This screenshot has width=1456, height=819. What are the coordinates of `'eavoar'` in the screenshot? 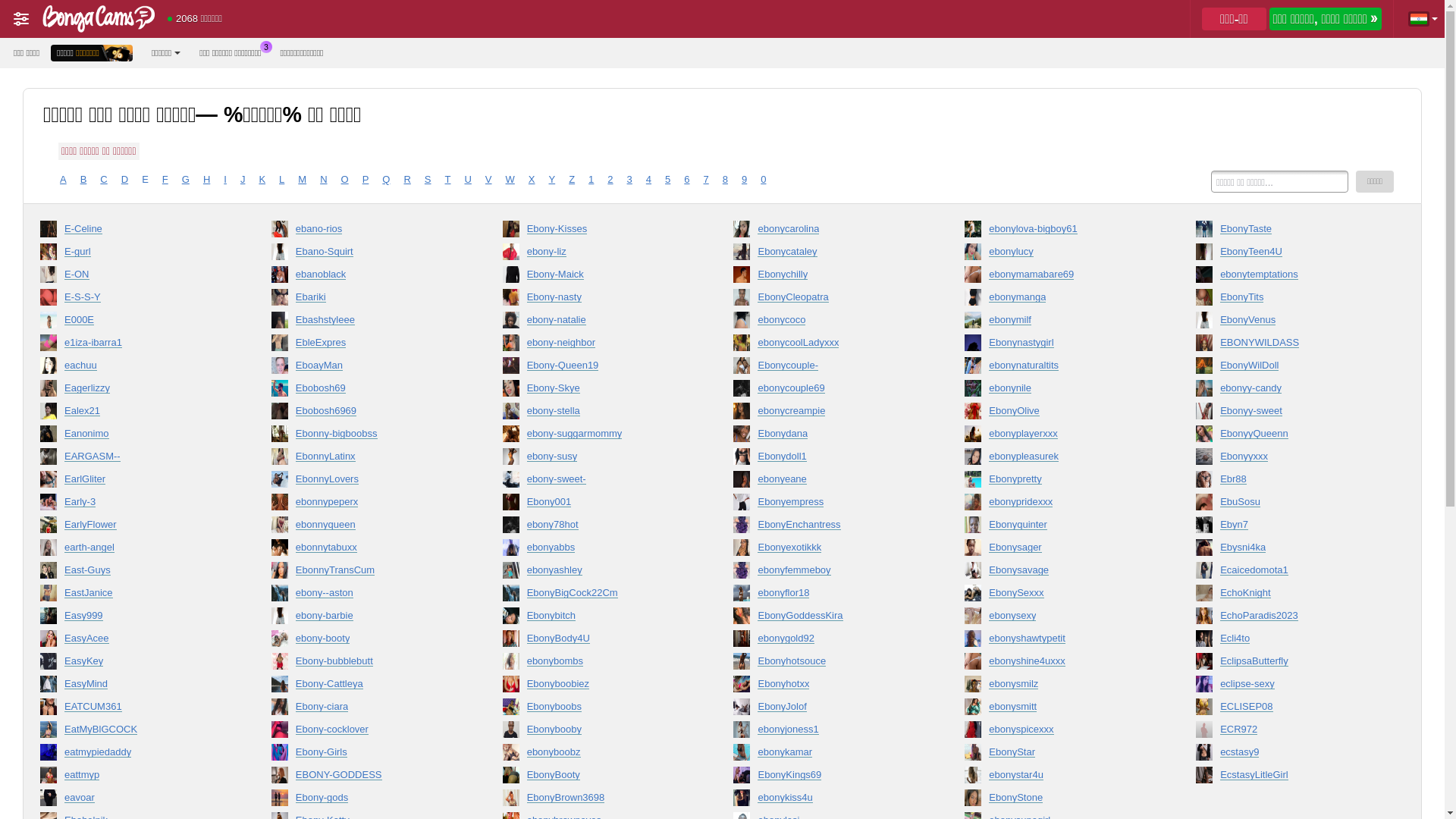 It's located at (39, 800).